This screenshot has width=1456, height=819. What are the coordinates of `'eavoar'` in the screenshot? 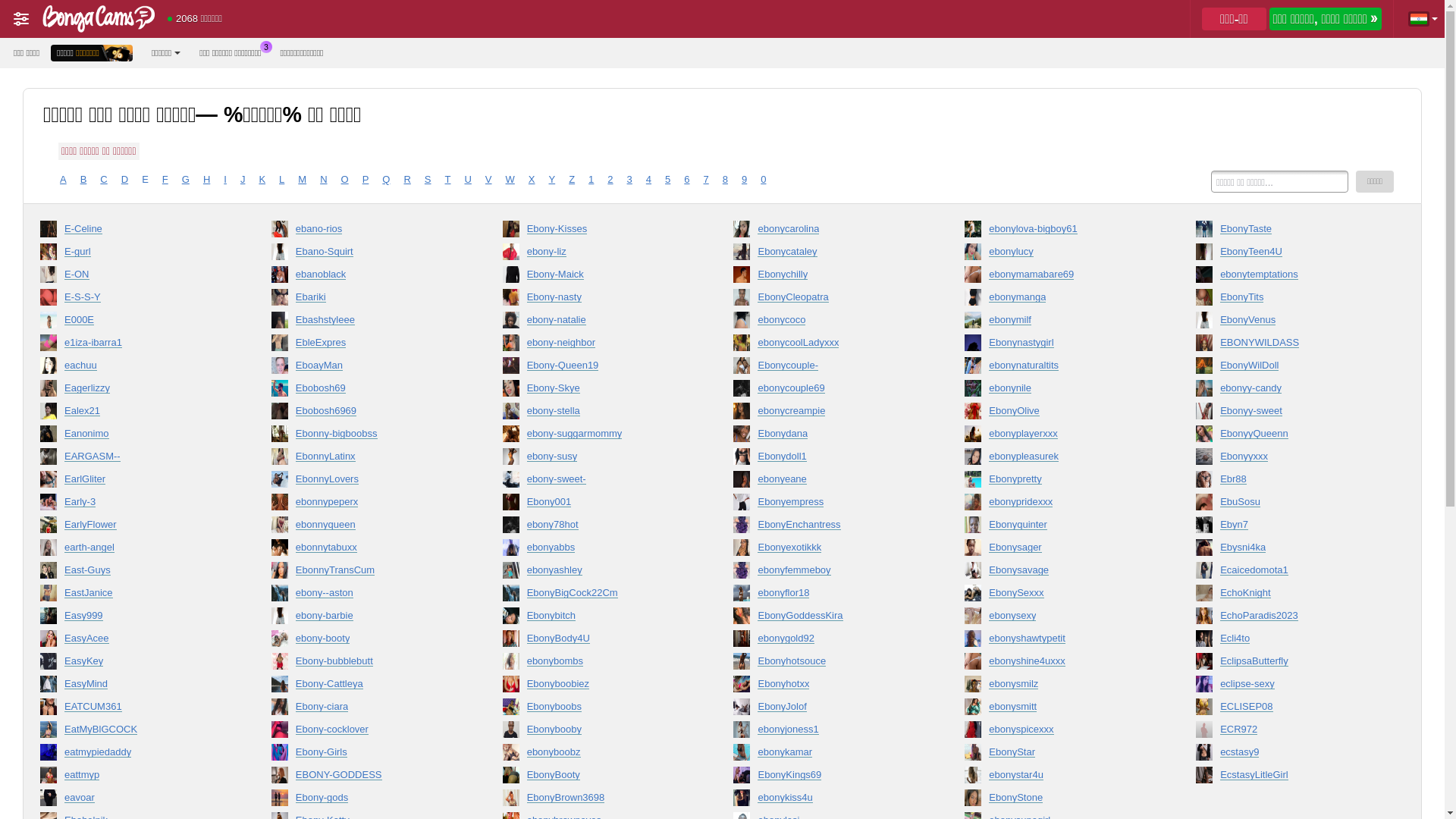 It's located at (39, 800).